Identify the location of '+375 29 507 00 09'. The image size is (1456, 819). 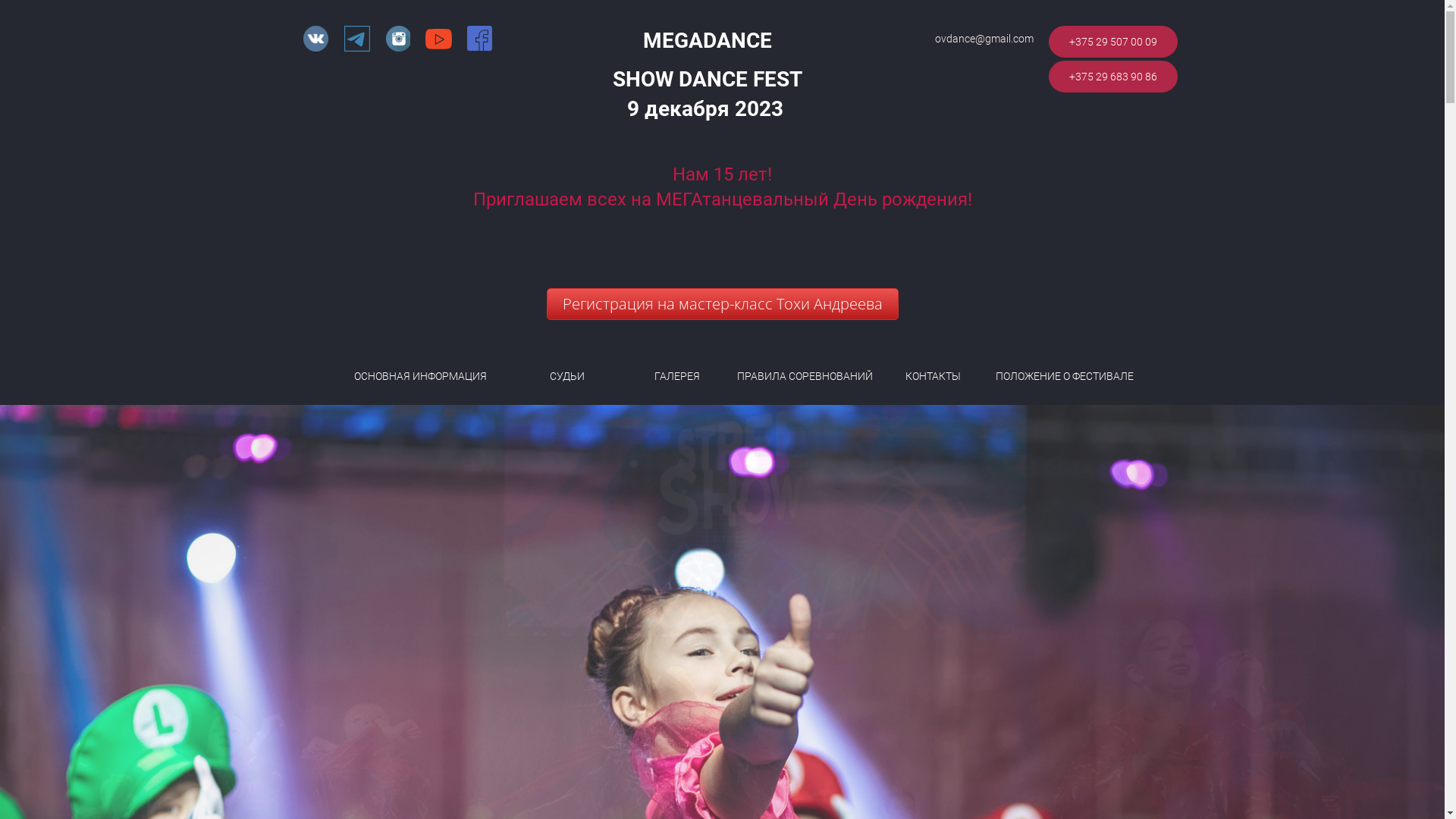
(1113, 40).